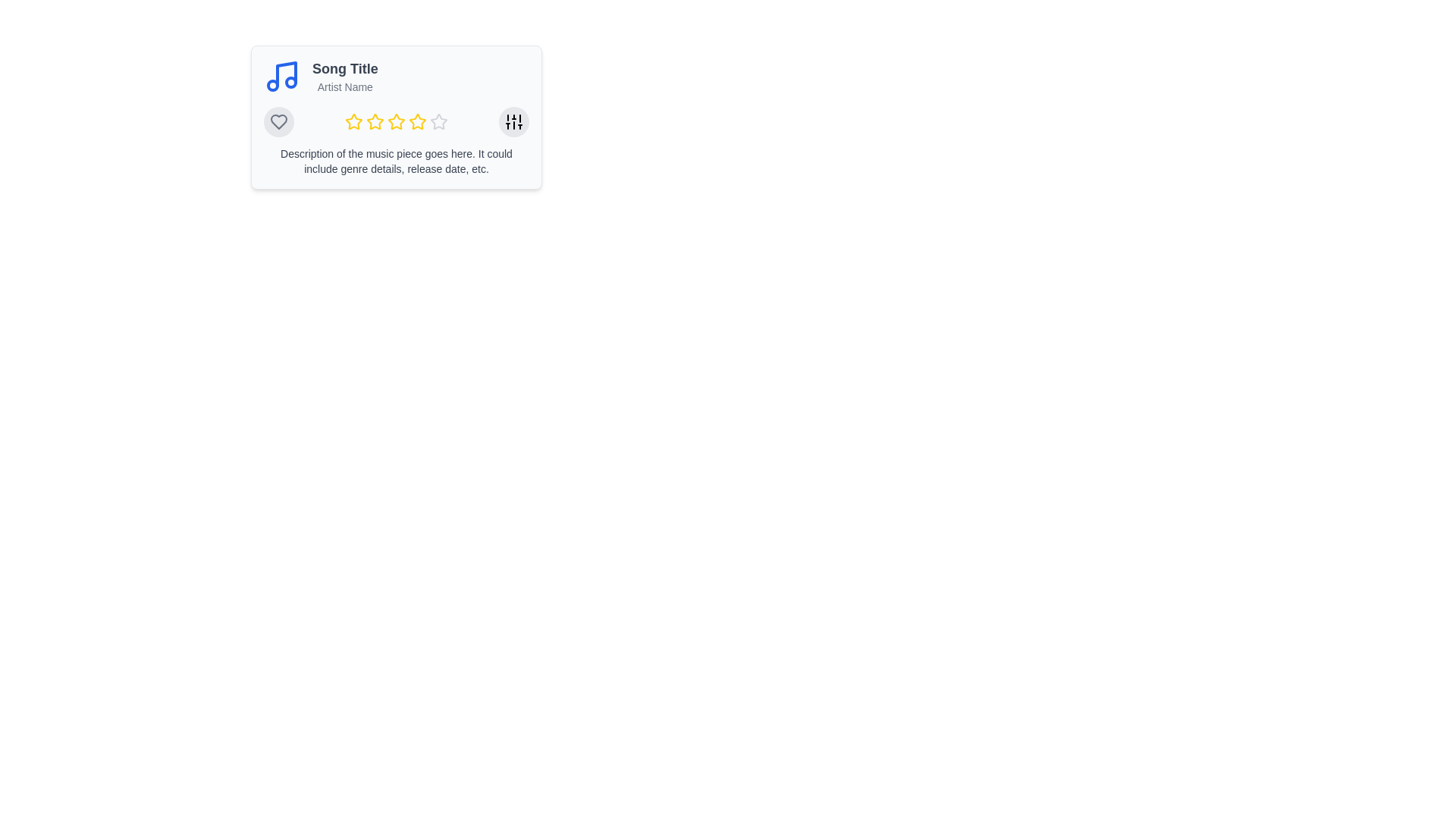  What do you see at coordinates (375, 121) in the screenshot?
I see `the second yellow outlined star icon in the rating system located under the title and artist name section of the song card layout` at bounding box center [375, 121].